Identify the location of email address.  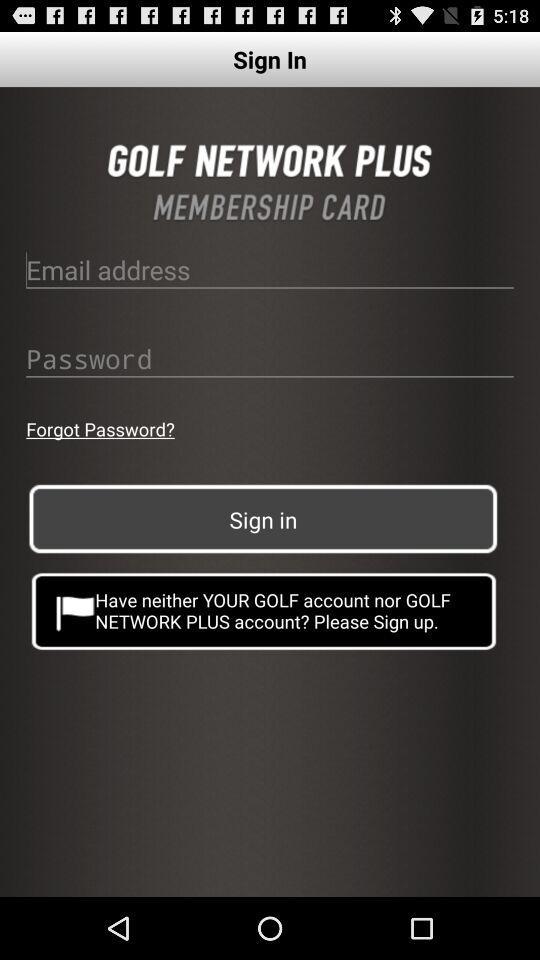
(270, 268).